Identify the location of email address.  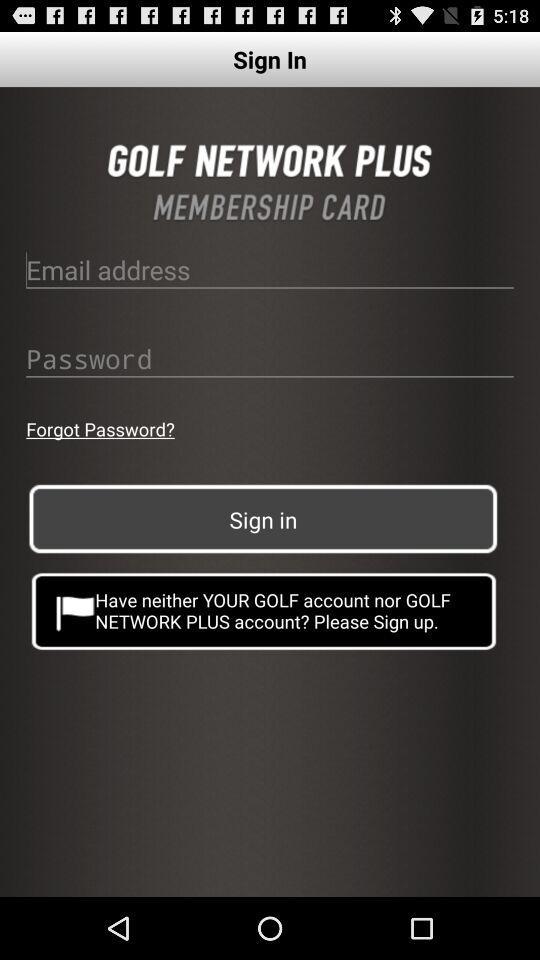
(270, 268).